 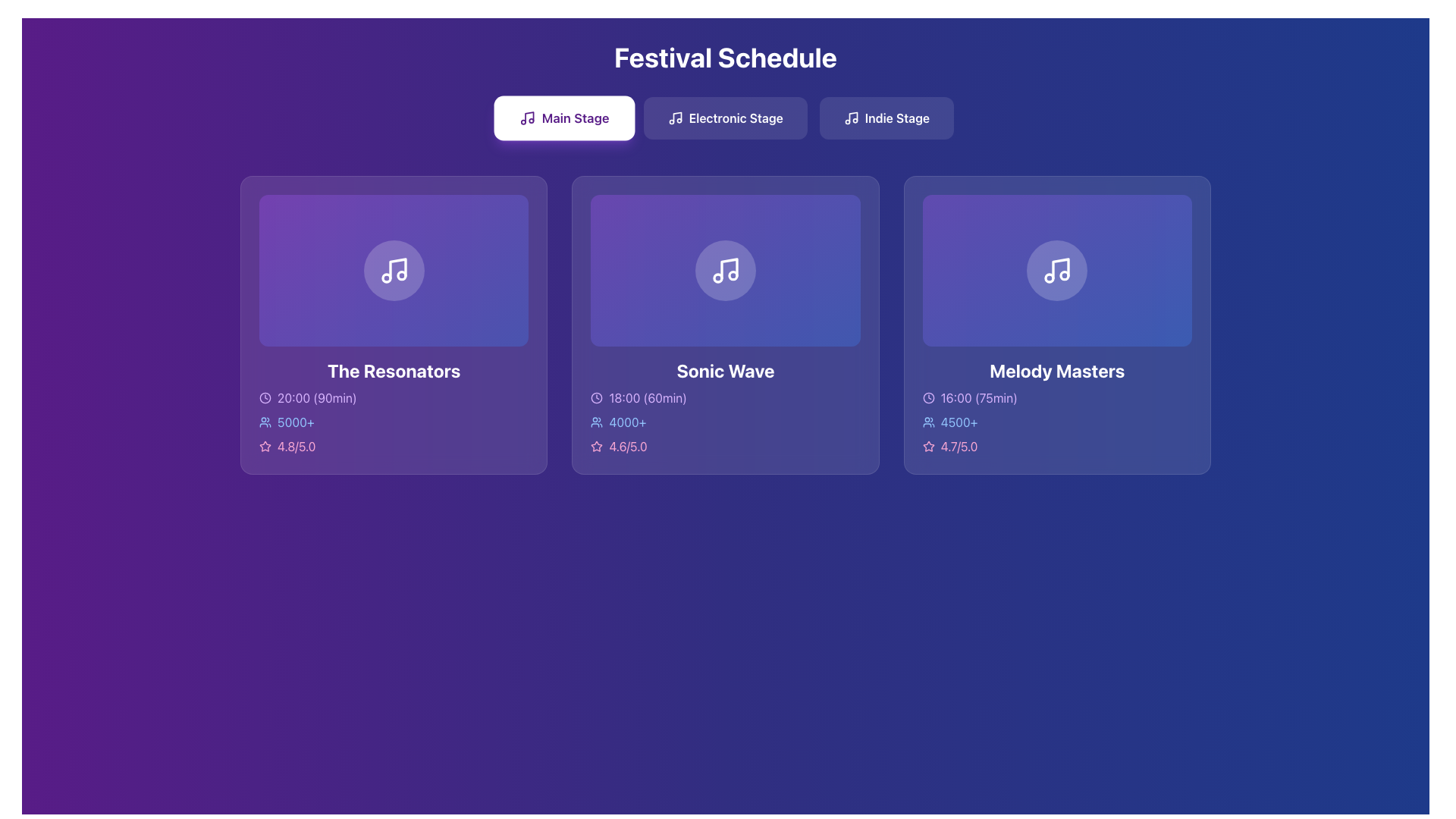 I want to click on the 'Melody Masters' event icon located centrally within its content box under the 'Main Stage' tab, so click(x=1056, y=269).